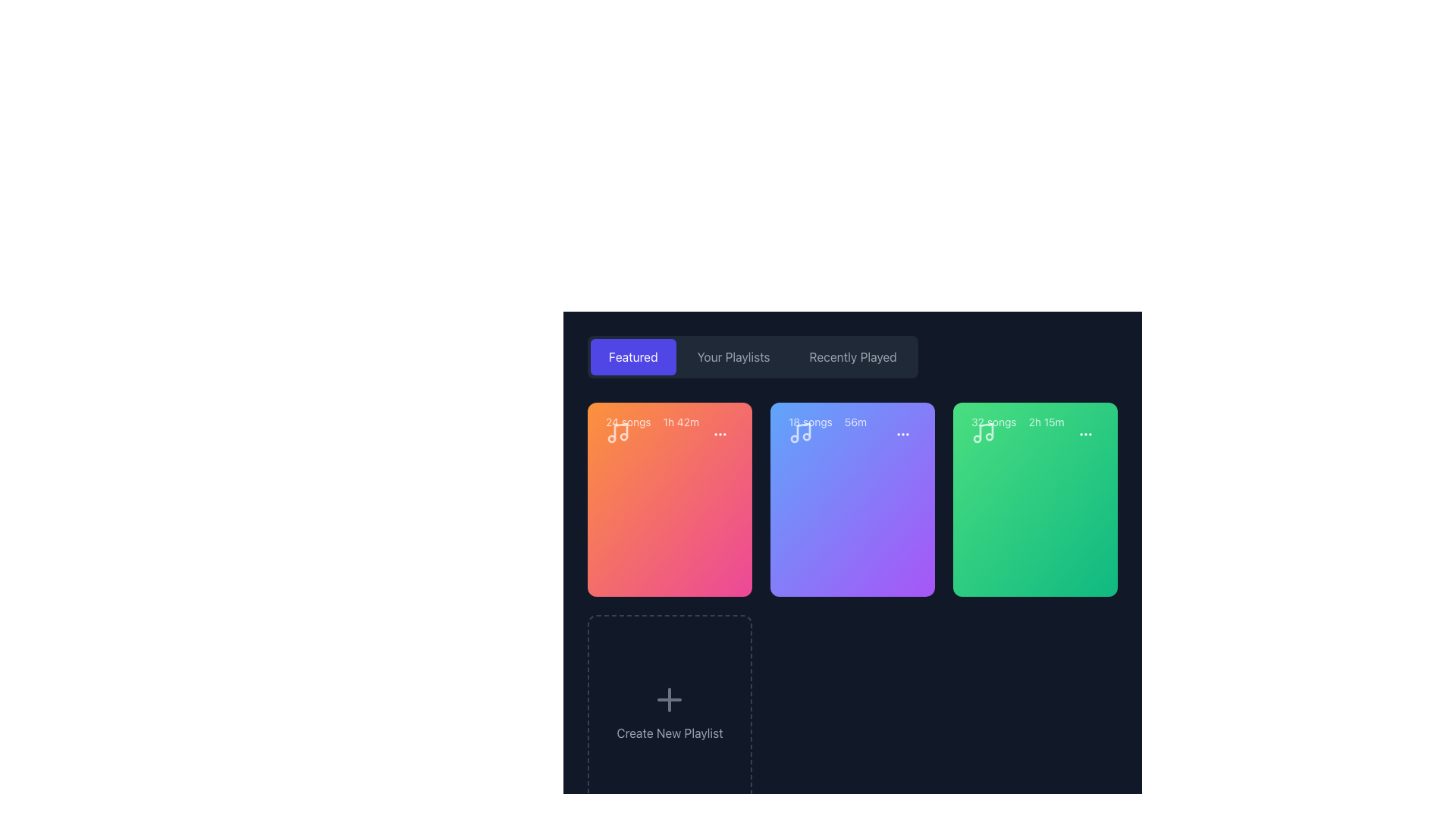 The height and width of the screenshot is (819, 1456). I want to click on the 'Featured' button, which is a prominent rectangular button with indigo background and white text, located at the top-left corner of a group of three buttons, so click(633, 356).